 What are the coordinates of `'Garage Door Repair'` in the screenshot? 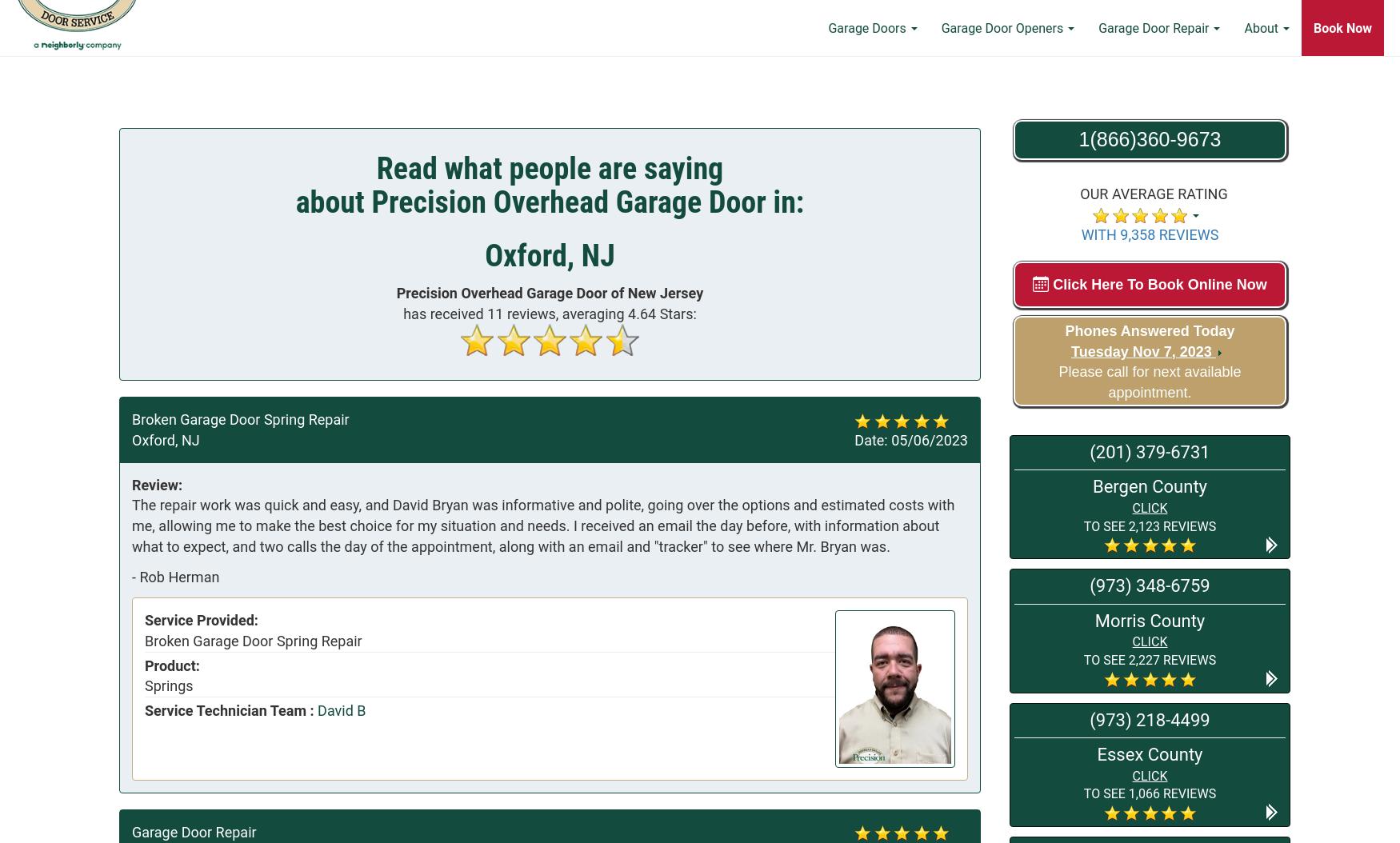 It's located at (1154, 82).